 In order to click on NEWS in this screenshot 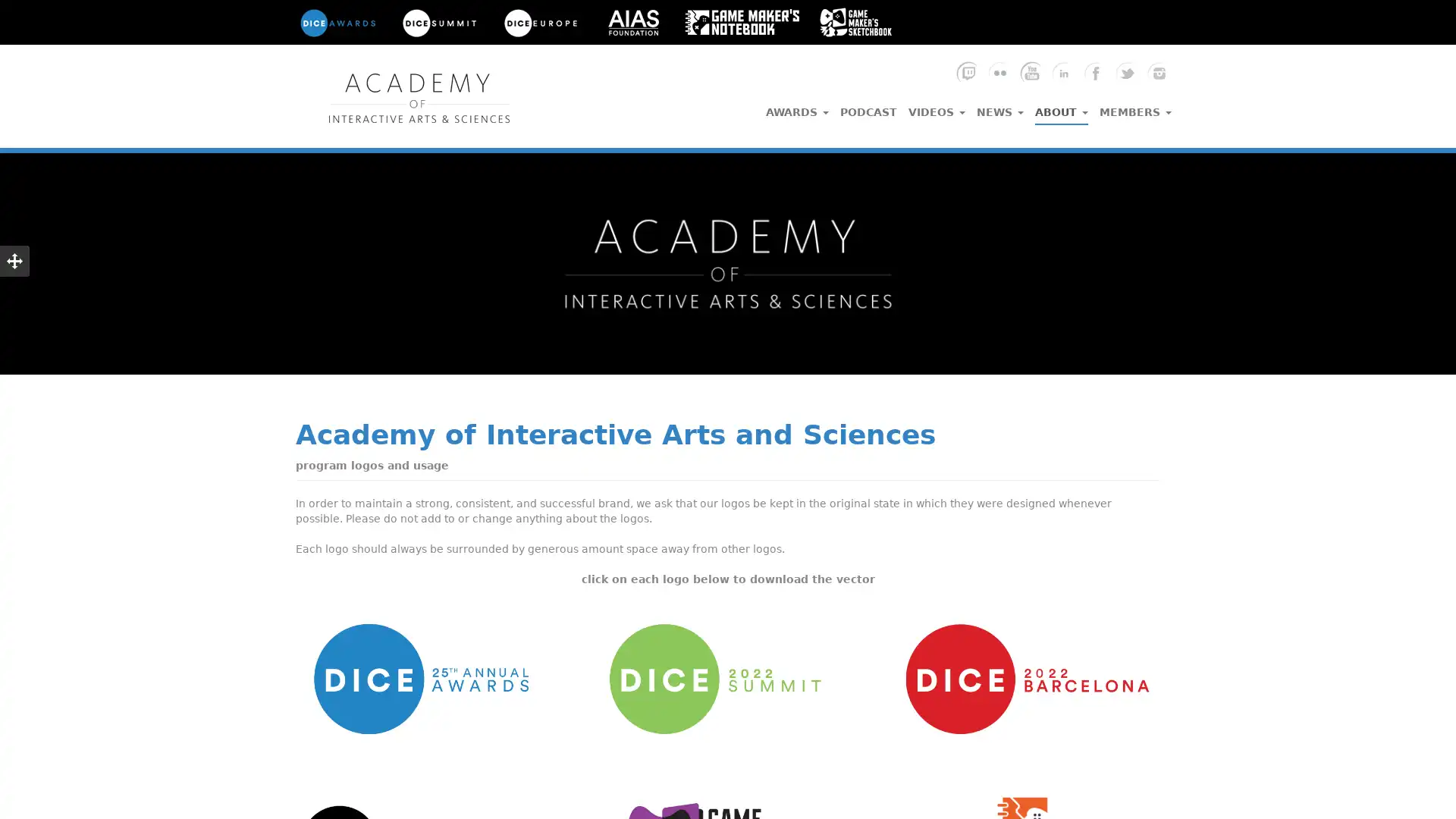, I will do `click(1000, 107)`.